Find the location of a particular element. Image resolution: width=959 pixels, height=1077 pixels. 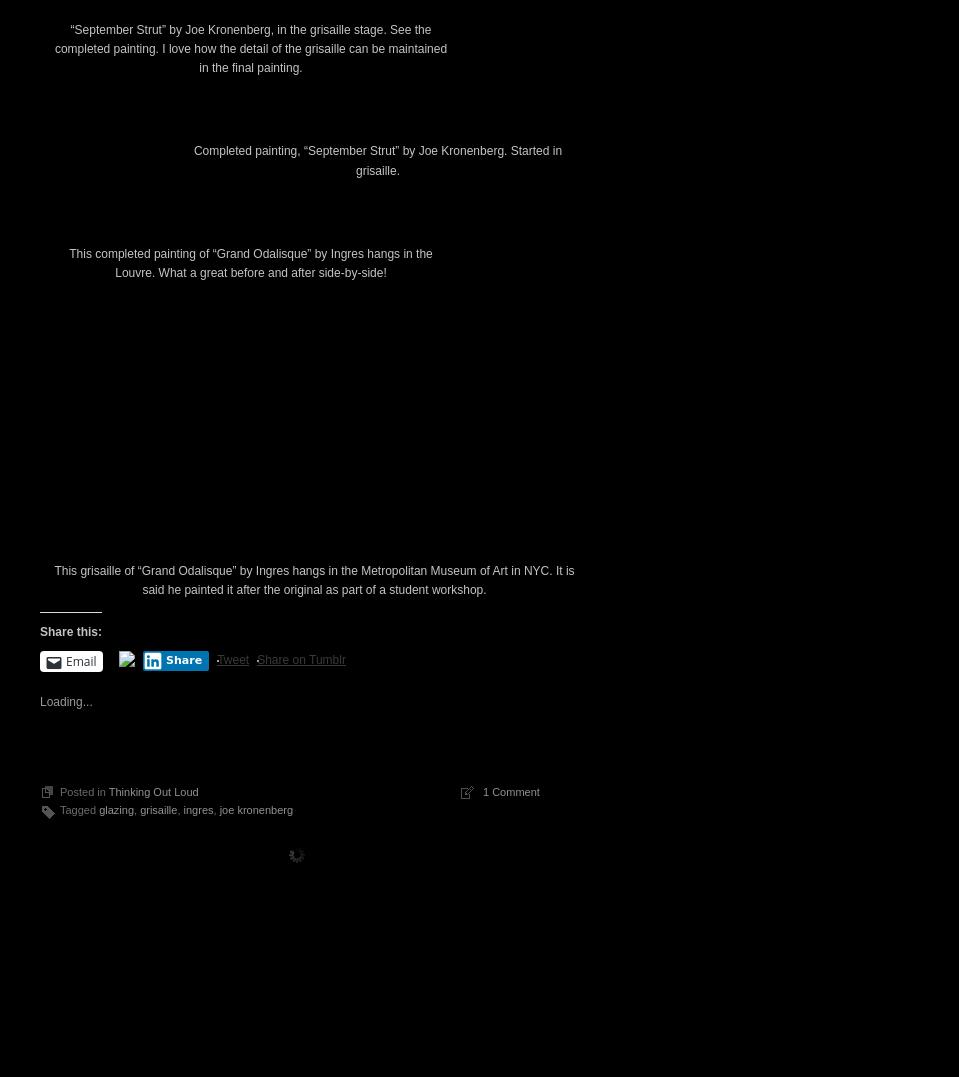

'Tweet' is located at coordinates (233, 1001).